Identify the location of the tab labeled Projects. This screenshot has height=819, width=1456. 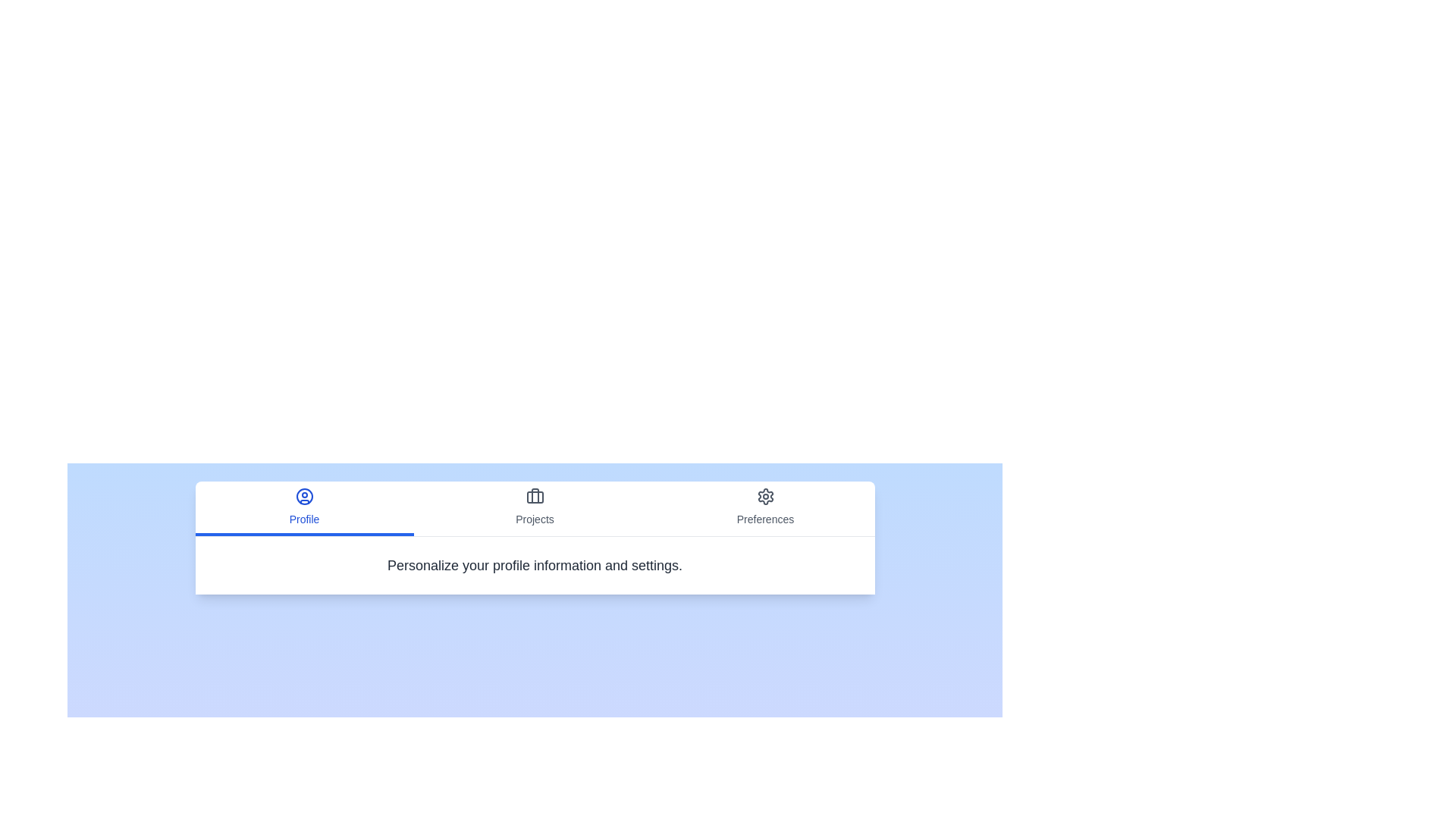
(535, 509).